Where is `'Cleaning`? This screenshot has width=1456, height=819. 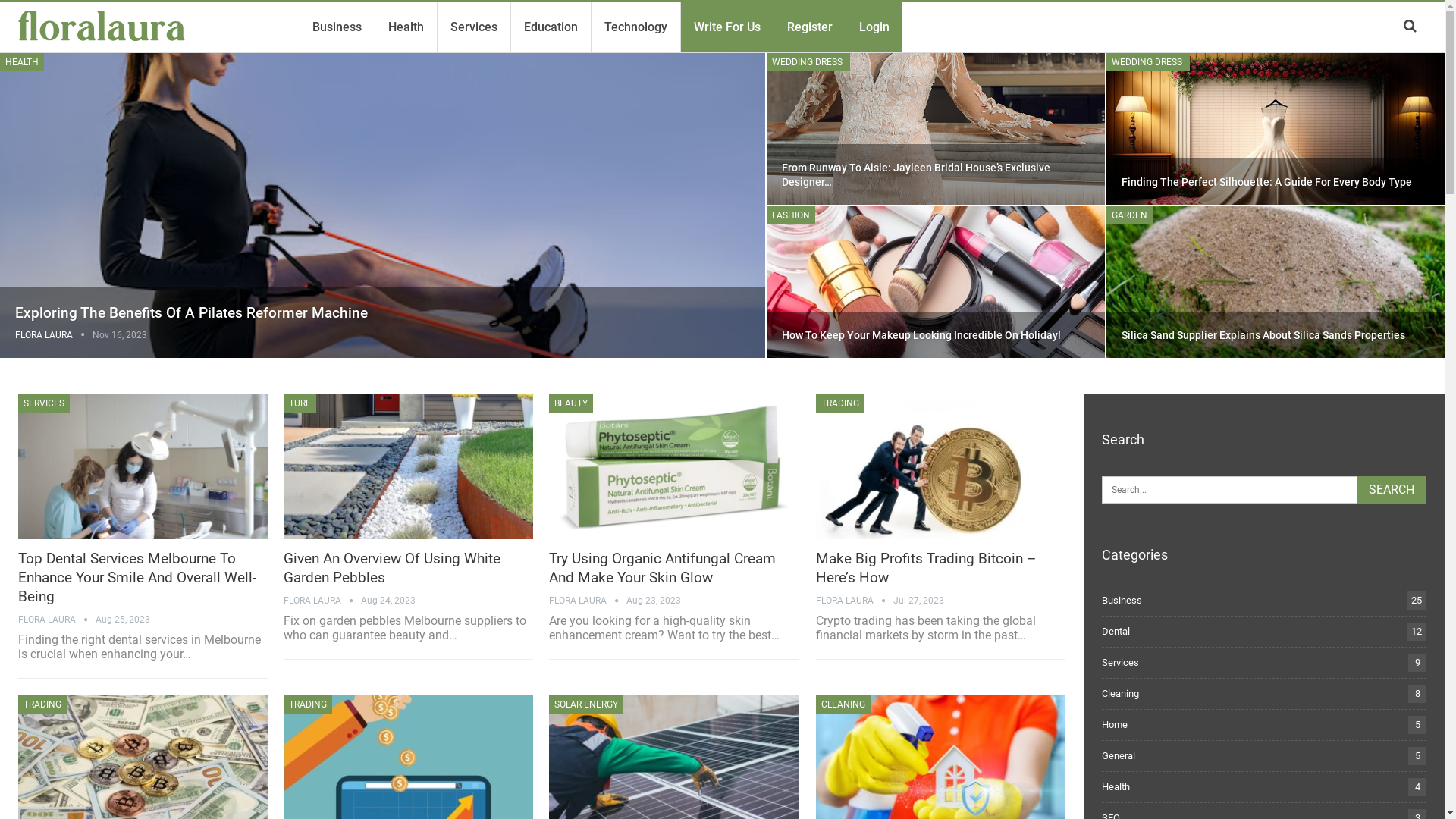 'Cleaning is located at coordinates (1120, 693).